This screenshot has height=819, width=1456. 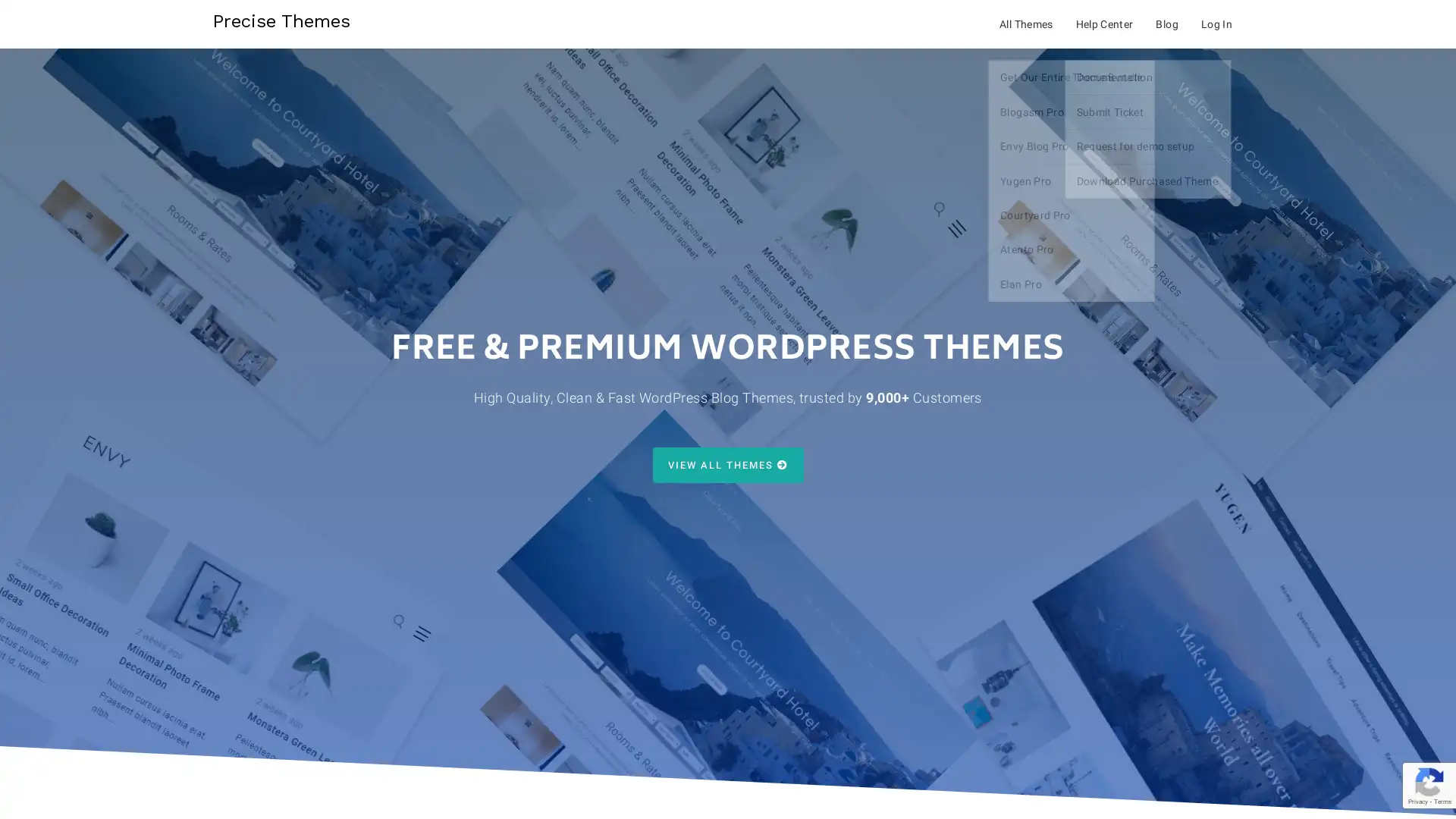 I want to click on VIEW ALL THEMES, so click(x=726, y=464).